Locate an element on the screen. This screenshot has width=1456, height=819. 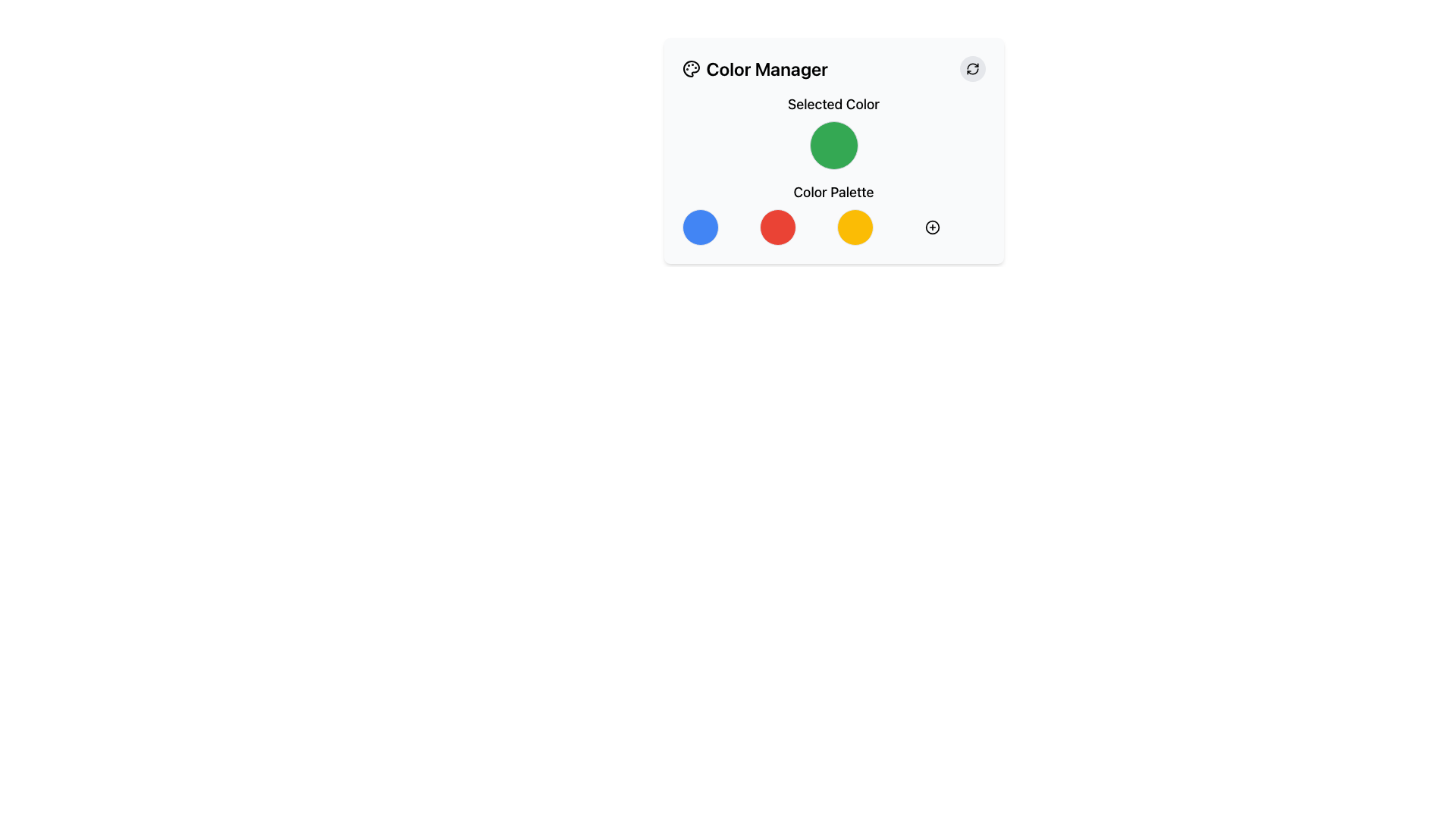
the fourth circular action button on the right side of the grid layout is located at coordinates (931, 227).